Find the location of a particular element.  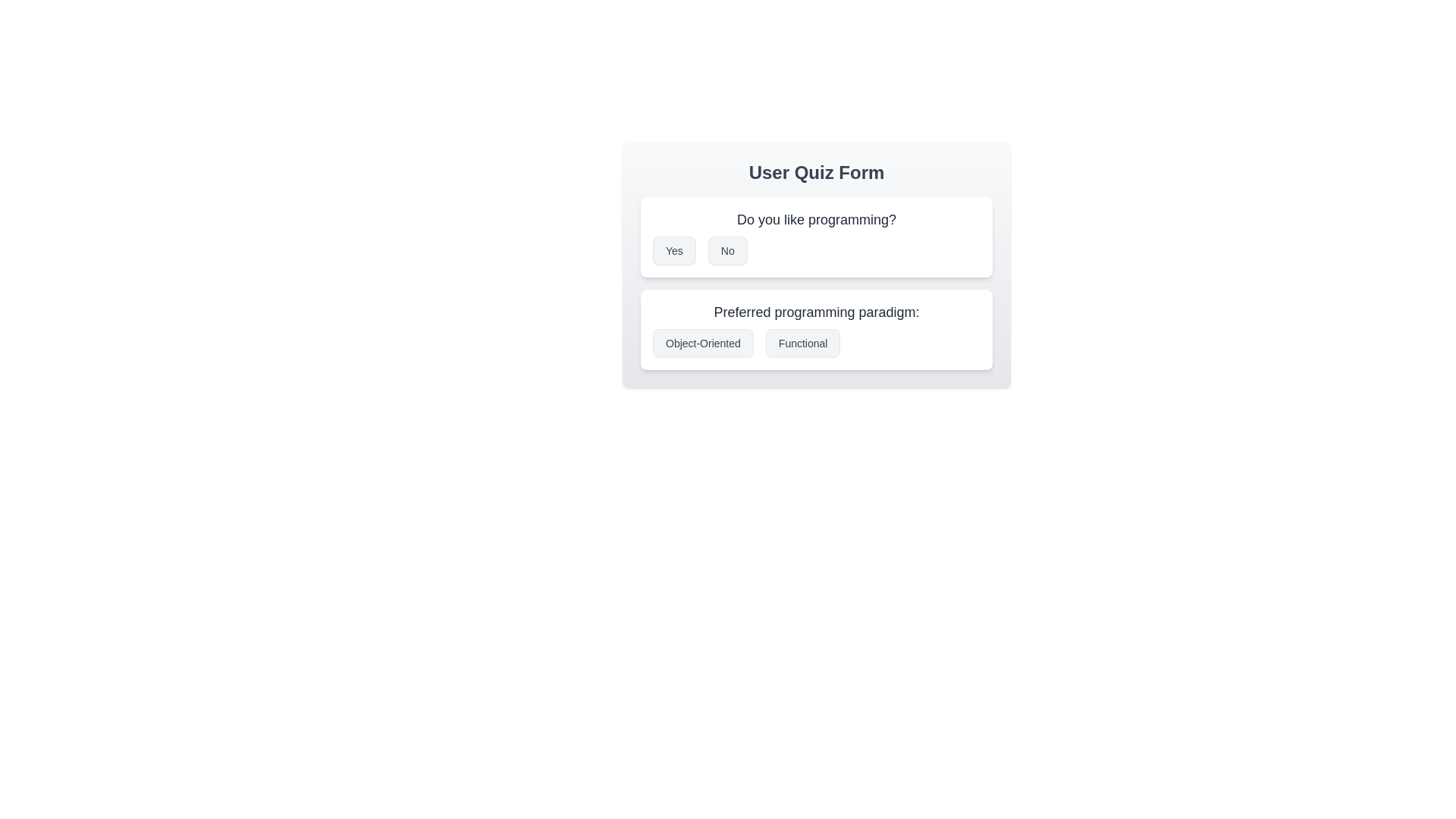

the buttons in the card labeled 'Preferred programming paradigm:' is located at coordinates (815, 329).